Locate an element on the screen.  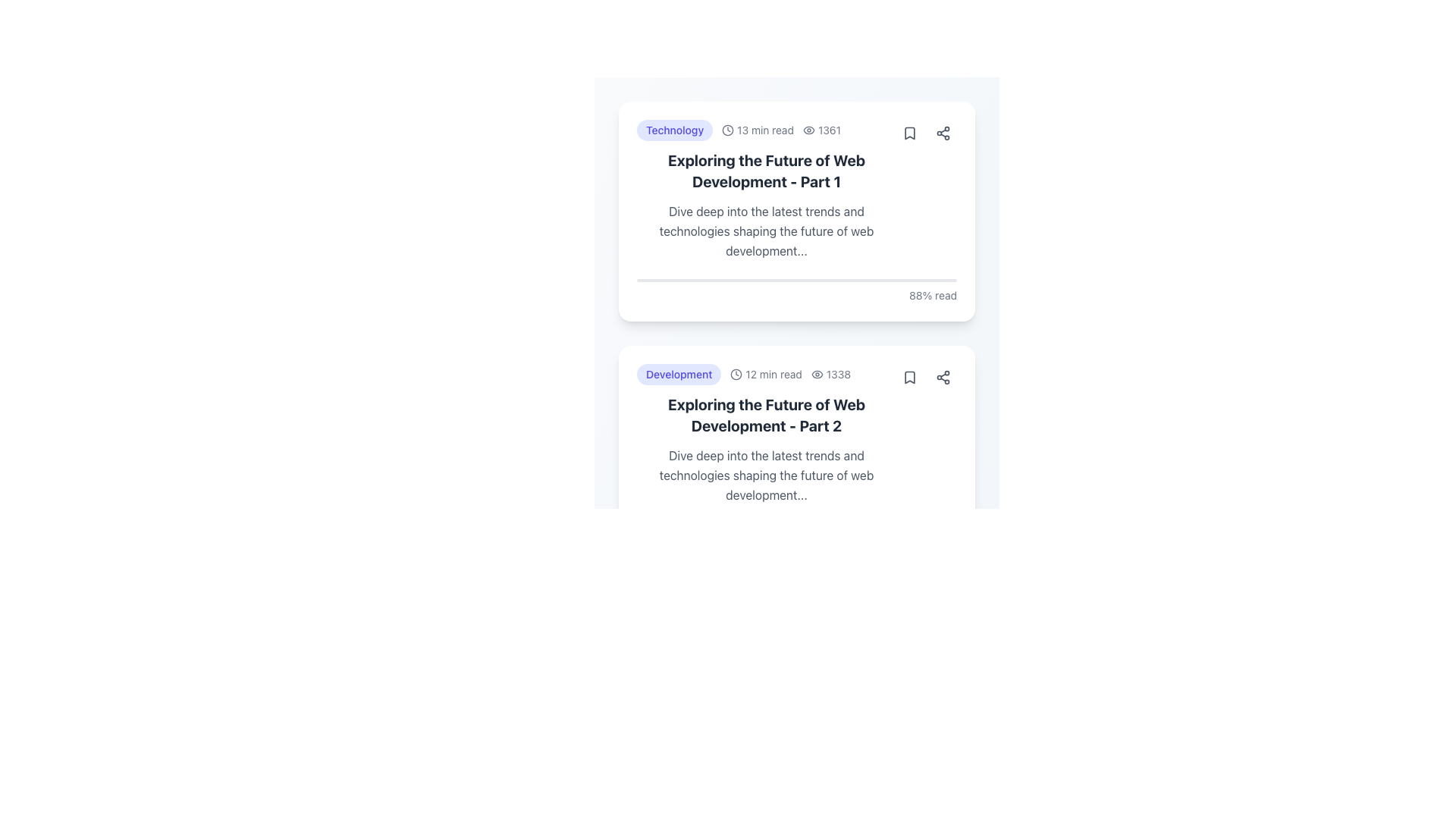
clock icon representing the reading time for the article located in the second card from the top, after the label 'Development' and before the text '12 min read' is located at coordinates (736, 374).